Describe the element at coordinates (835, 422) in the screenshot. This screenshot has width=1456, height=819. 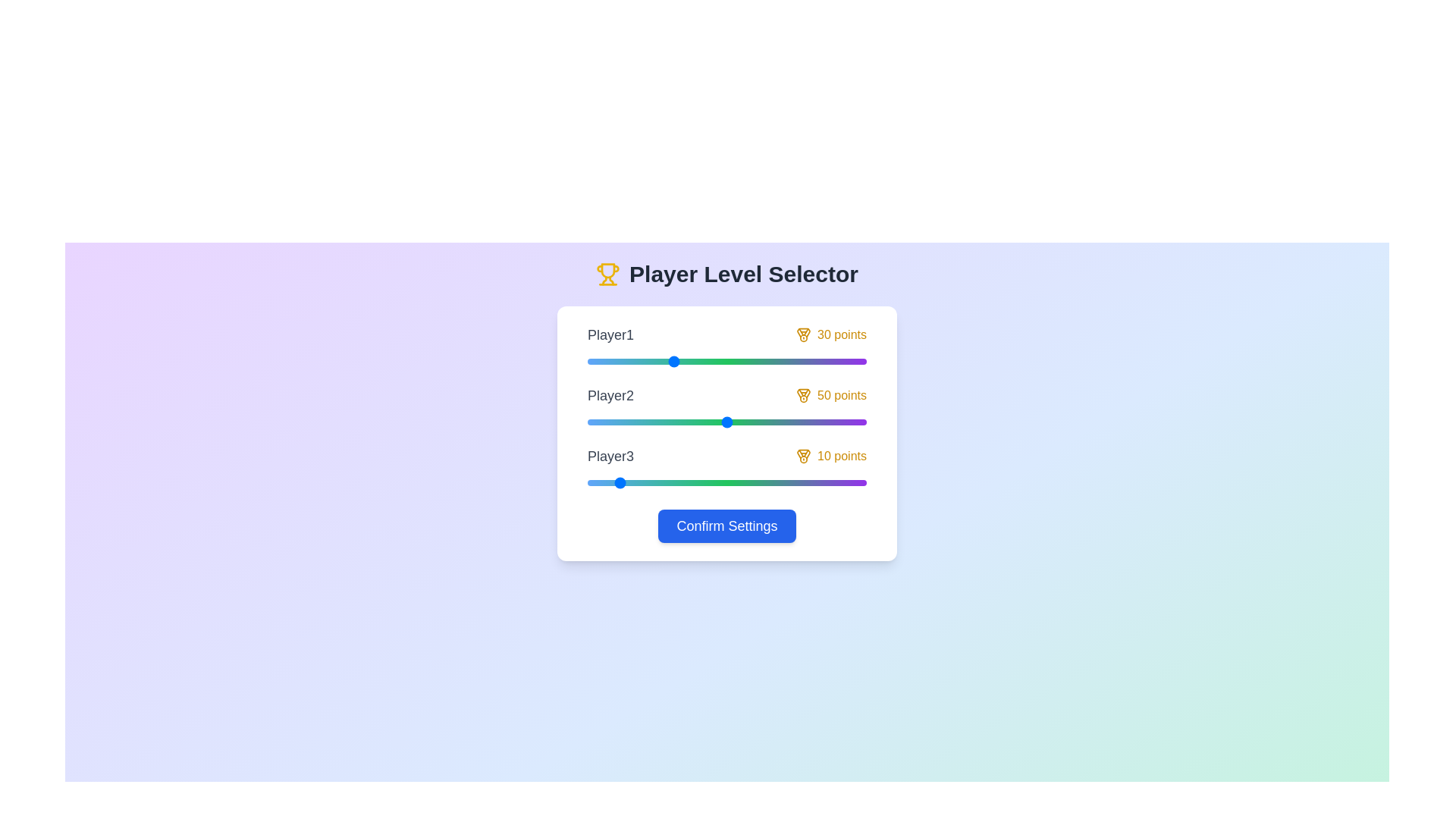
I see `the Player2 slider to set their level to 89` at that location.